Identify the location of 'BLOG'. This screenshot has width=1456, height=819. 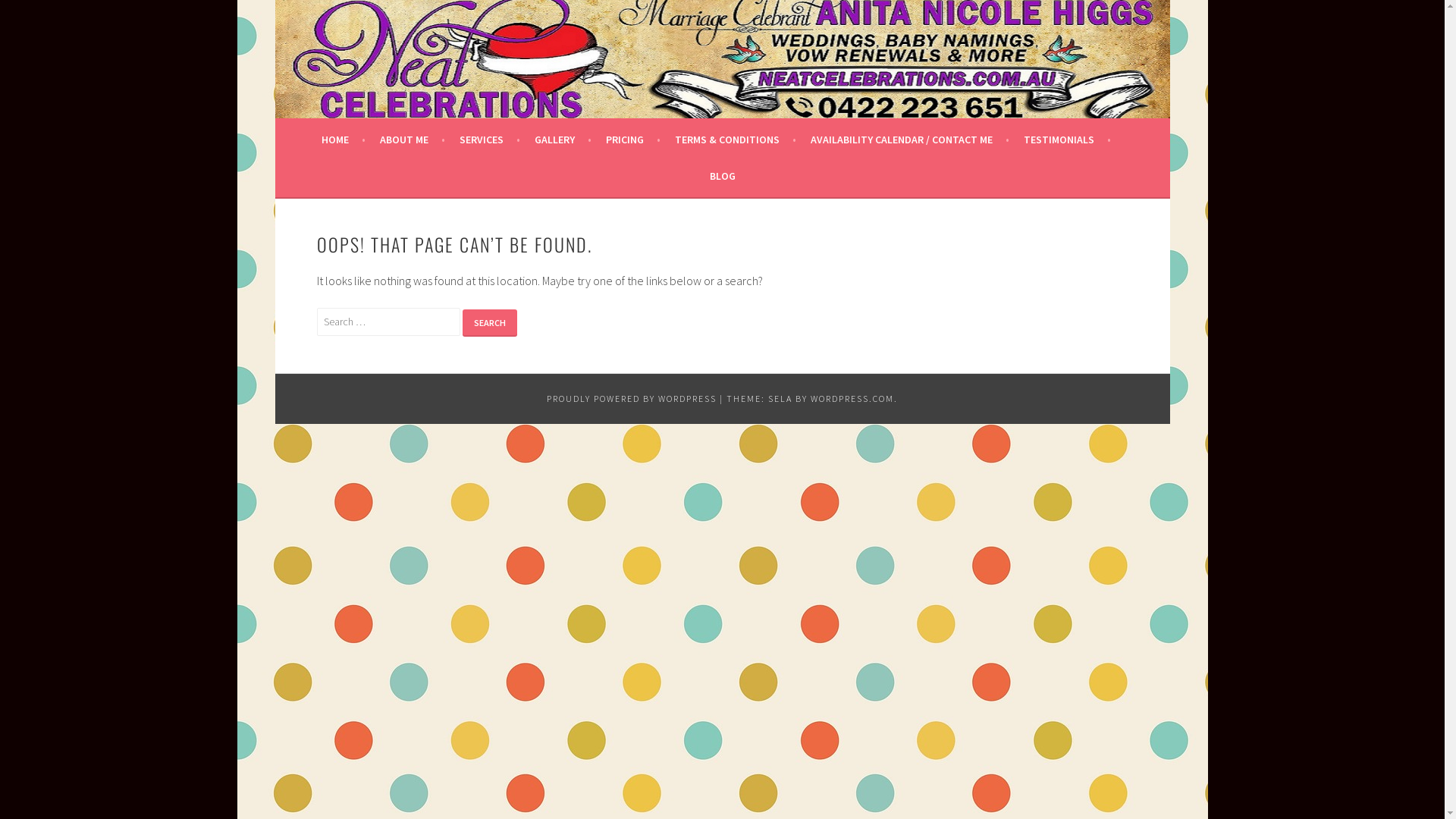
(722, 174).